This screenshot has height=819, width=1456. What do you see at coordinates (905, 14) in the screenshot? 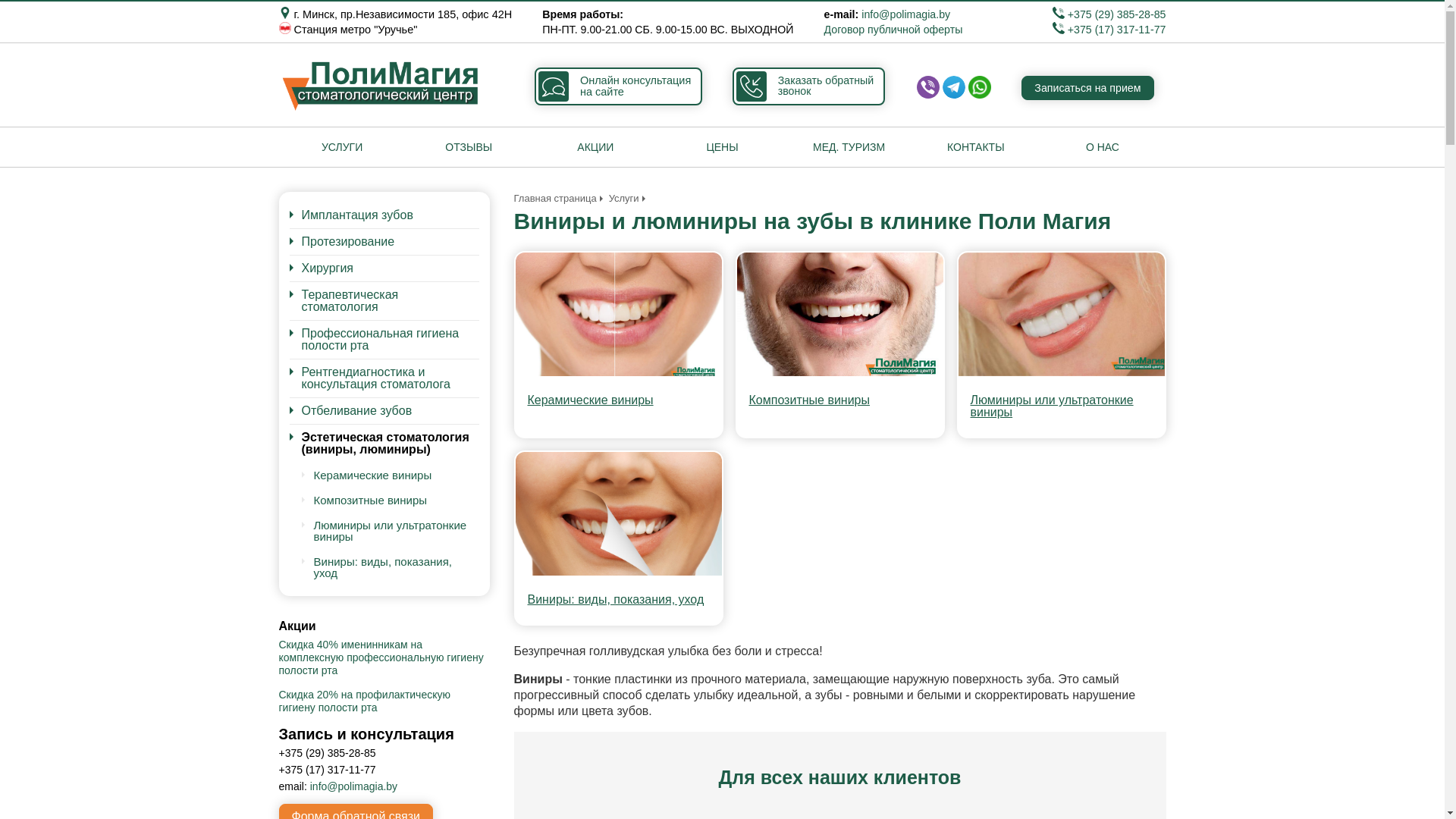
I see `'info@polimagia.by'` at bounding box center [905, 14].